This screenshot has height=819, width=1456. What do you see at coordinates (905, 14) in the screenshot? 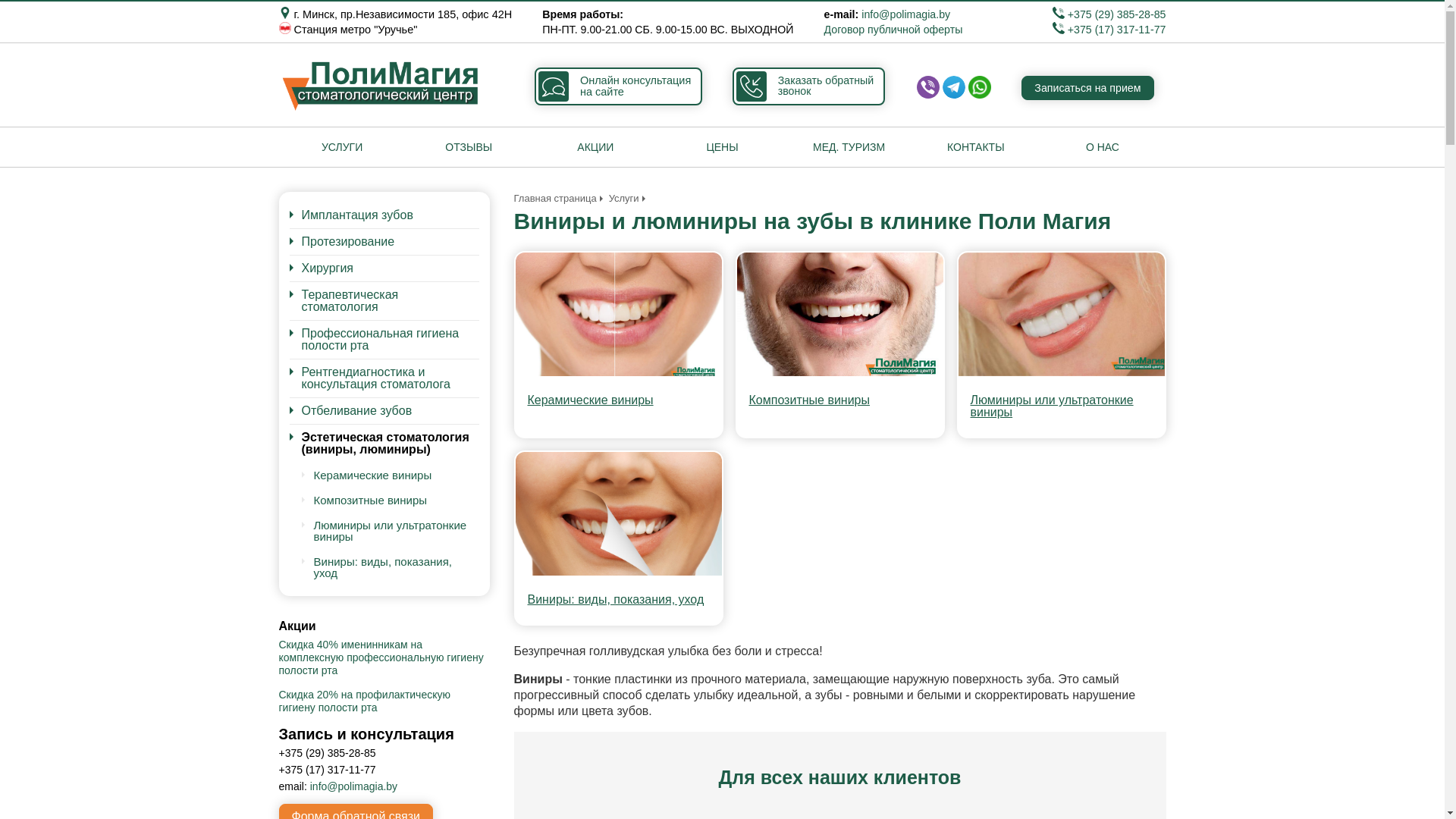
I see `'info@polimagia.by'` at bounding box center [905, 14].